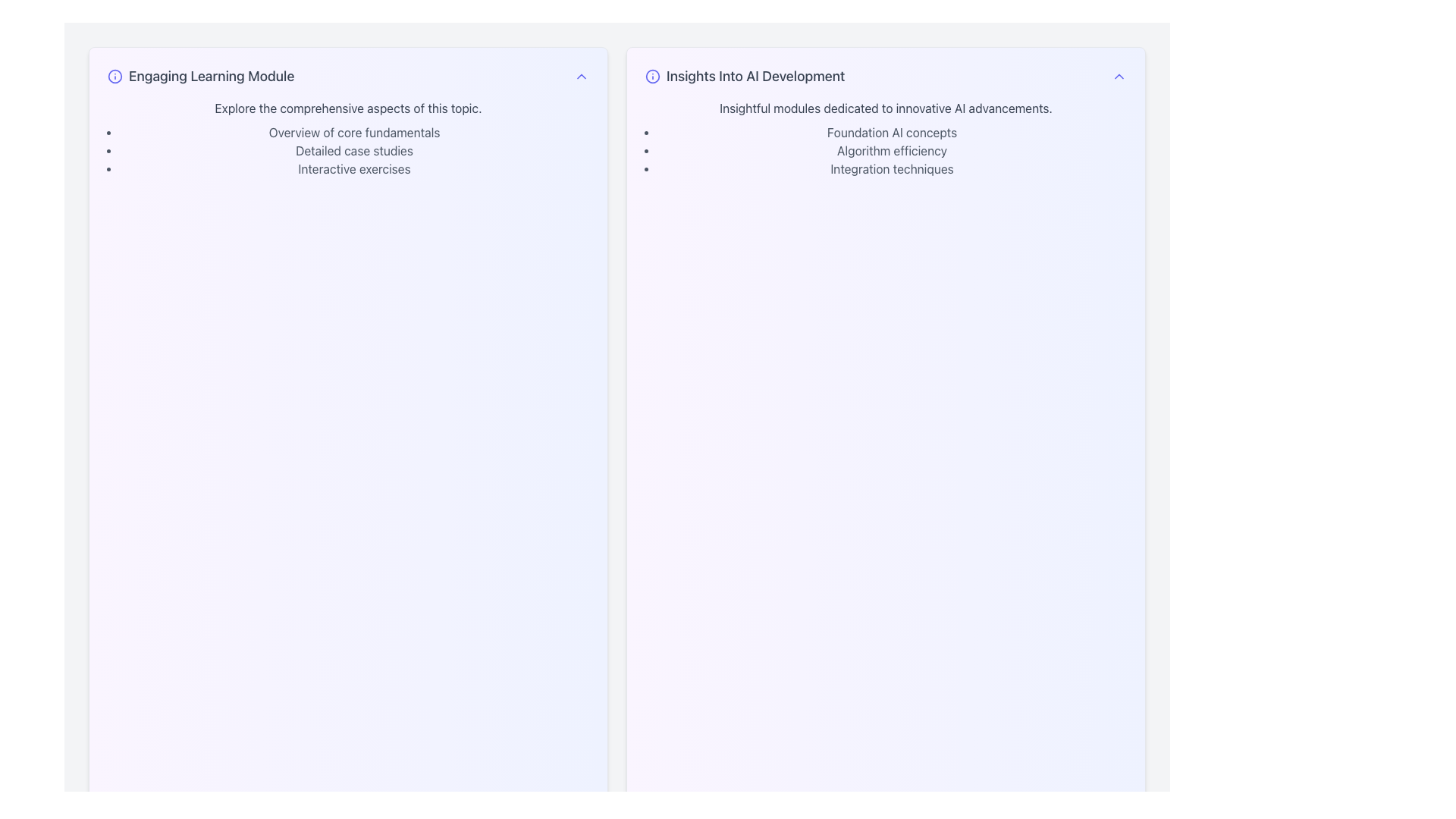 The image size is (1456, 819). What do you see at coordinates (347, 107) in the screenshot?
I see `the text block that says 'Explore the comprehensive aspects of this topic.' which is styled in light gray and positioned below the header 'Engaging Learning Module.'` at bounding box center [347, 107].